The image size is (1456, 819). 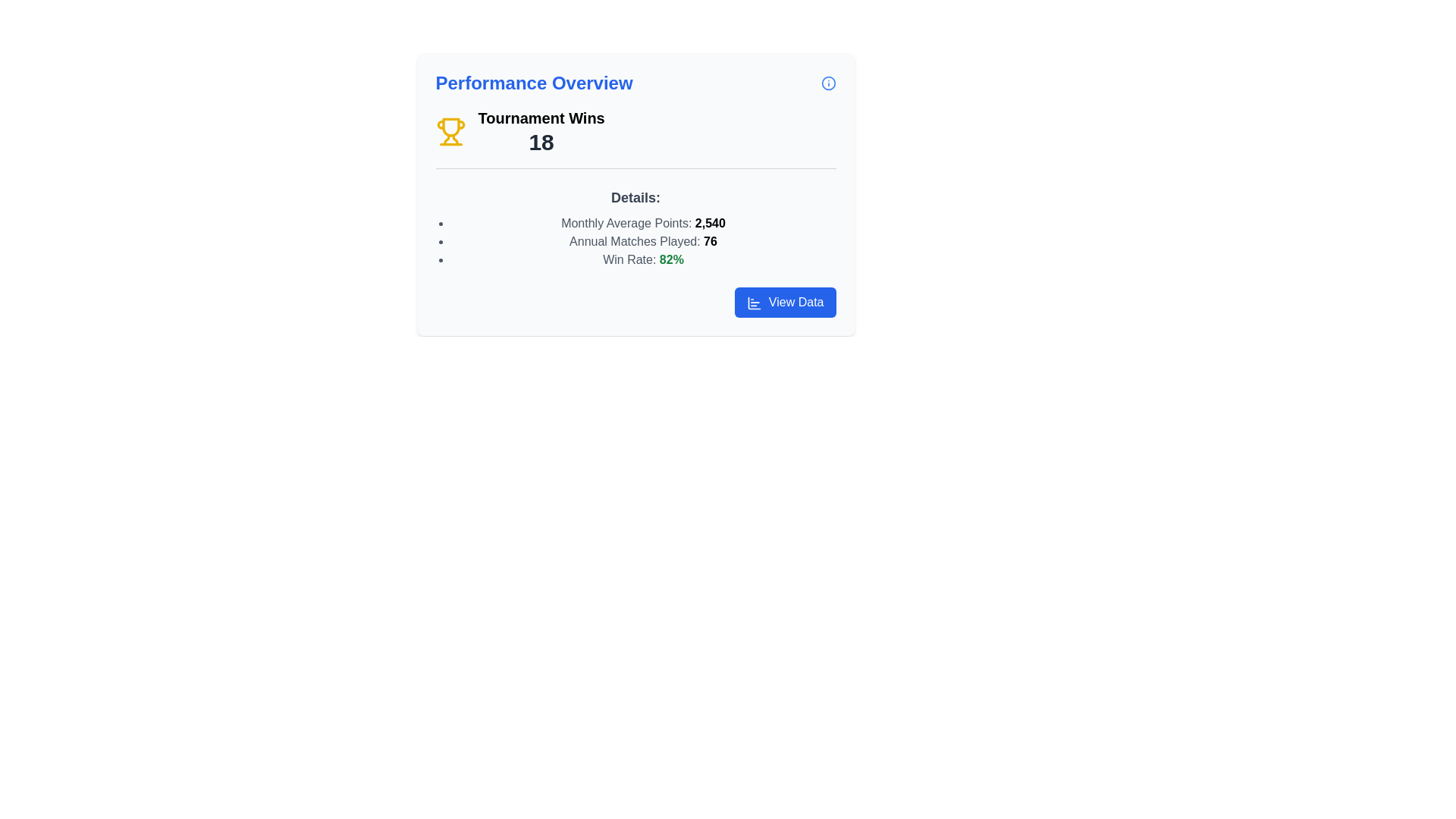 What do you see at coordinates (643, 259) in the screenshot?
I see `the Text Display that shows the player's win rate percentage, located in the 'Details:' section of the 'Performance Overview' card, specifically the last item in the bullet-pointed list` at bounding box center [643, 259].